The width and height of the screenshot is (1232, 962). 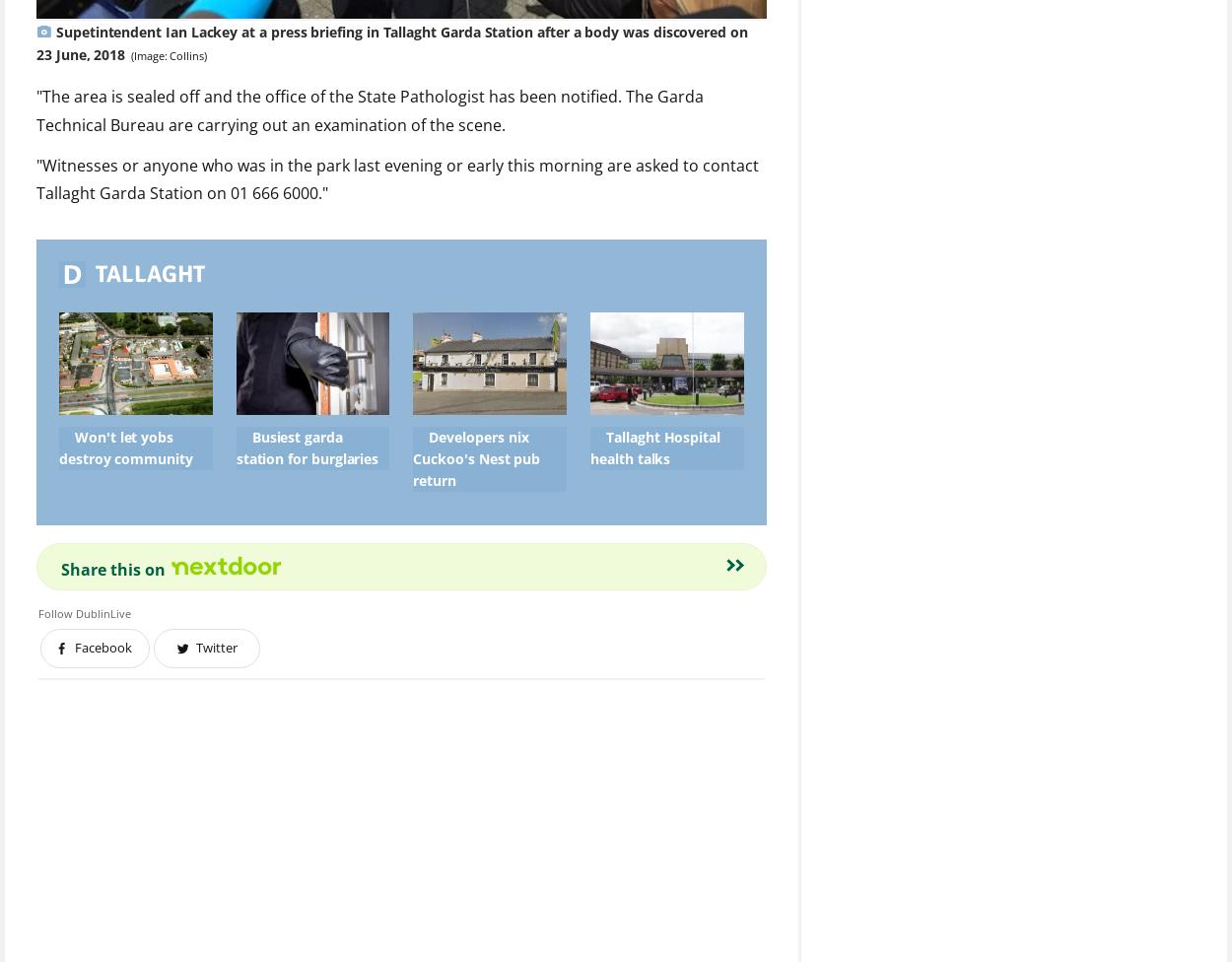 What do you see at coordinates (370, 110) in the screenshot?
I see `'"The area is sealed off and the office of the State Pathologist has been notified. The Garda Technical Bureau are carrying out an examination of the scene.'` at bounding box center [370, 110].